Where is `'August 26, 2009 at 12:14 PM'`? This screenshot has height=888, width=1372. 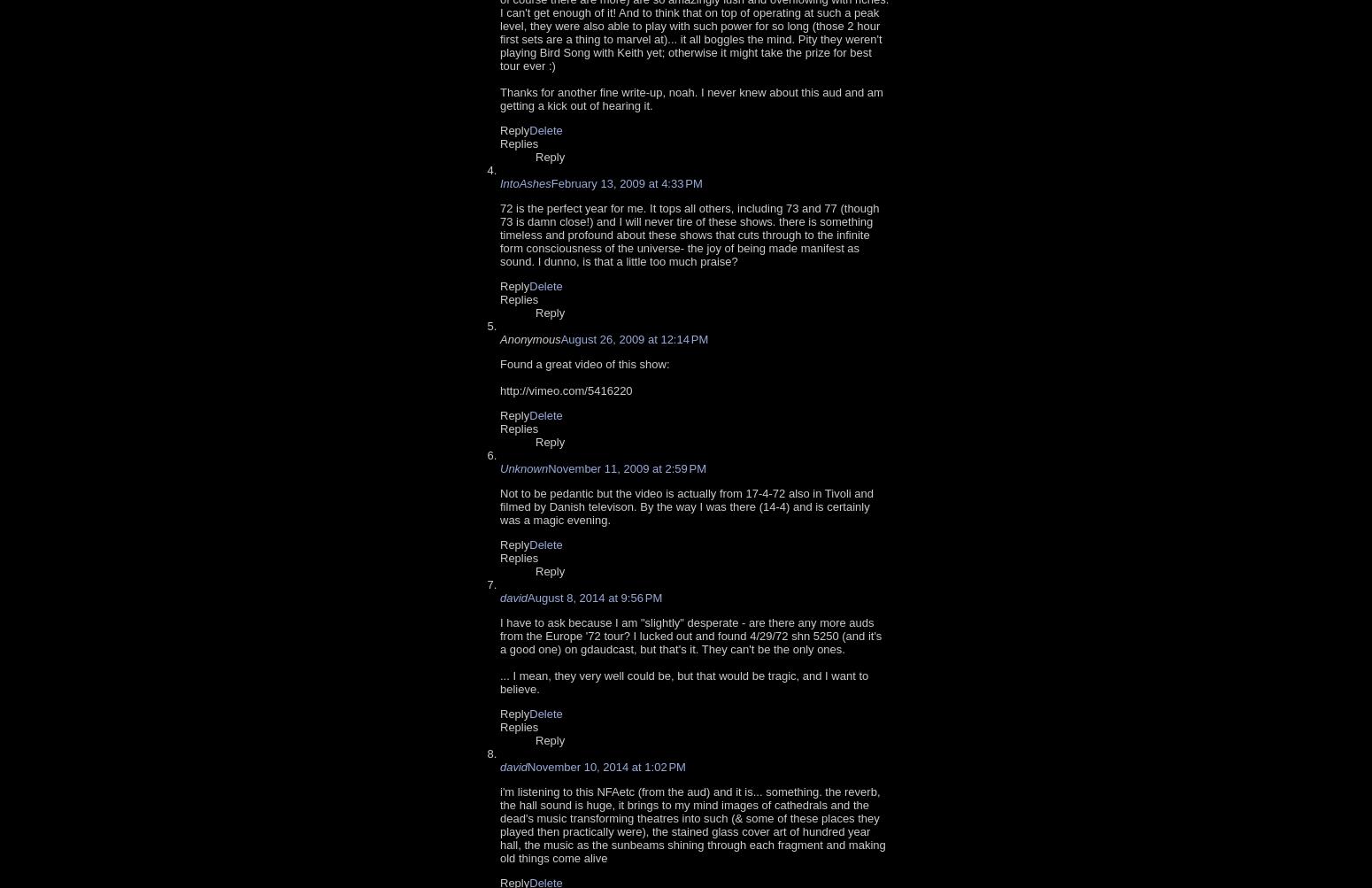
'August 26, 2009 at 12:14 PM' is located at coordinates (559, 337).